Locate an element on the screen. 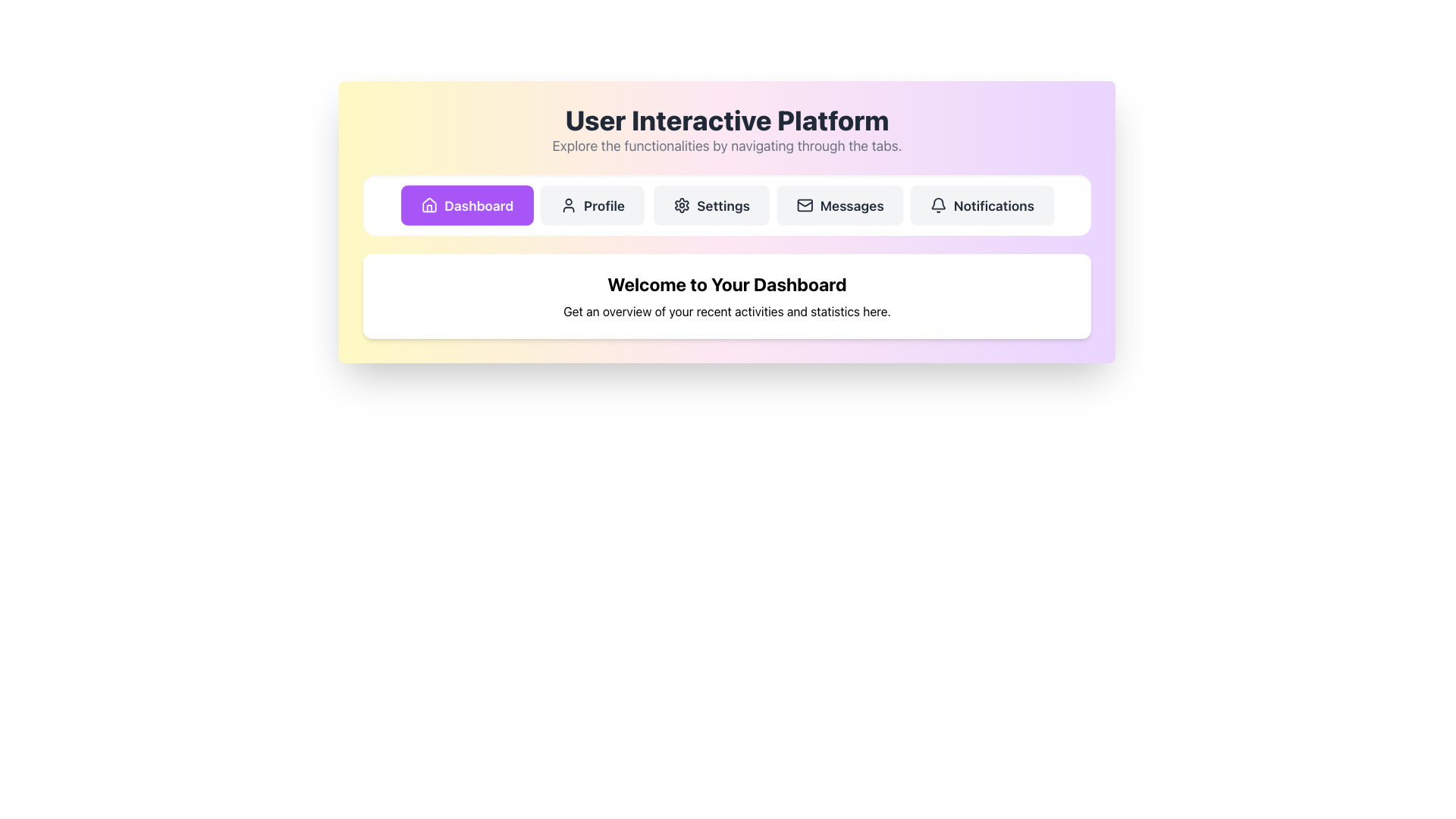  the 'Profile' text label located within the second button of the horizontal navigation bar, which is styled with a dark gray sans-serif font on a light background is located at coordinates (604, 205).